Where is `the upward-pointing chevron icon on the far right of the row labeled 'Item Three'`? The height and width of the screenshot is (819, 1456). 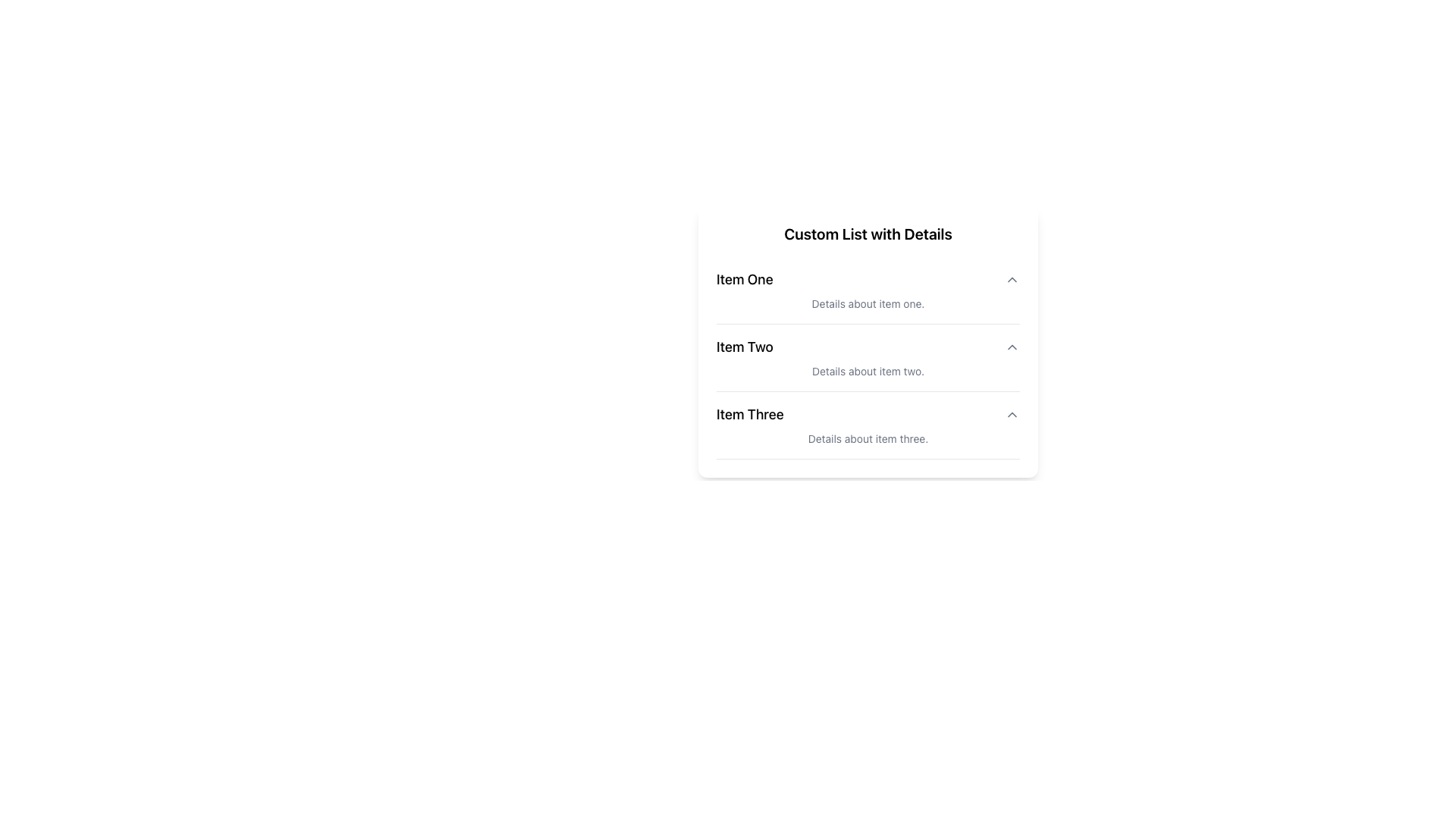 the upward-pointing chevron icon on the far right of the row labeled 'Item Three' is located at coordinates (1012, 415).